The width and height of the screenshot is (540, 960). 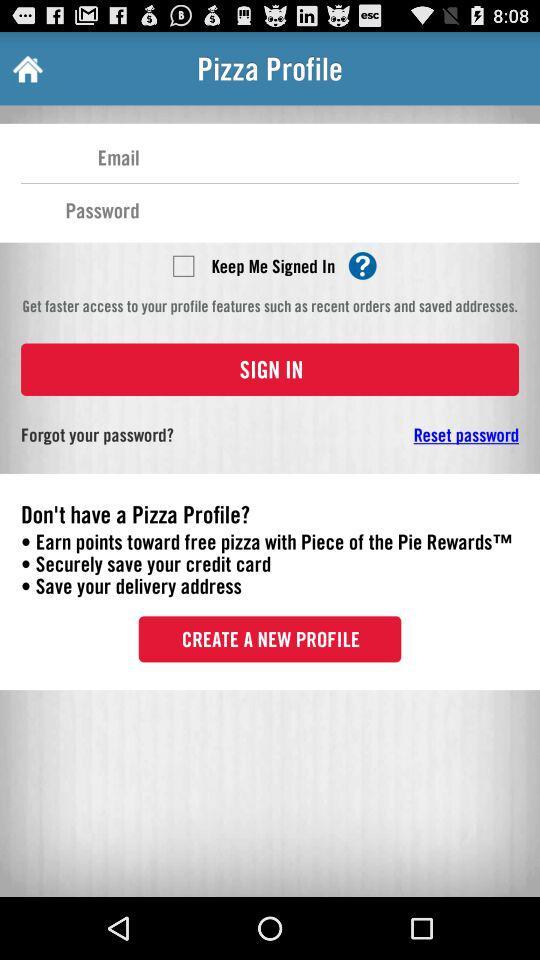 I want to click on option for keep me signed in, so click(x=183, y=264).